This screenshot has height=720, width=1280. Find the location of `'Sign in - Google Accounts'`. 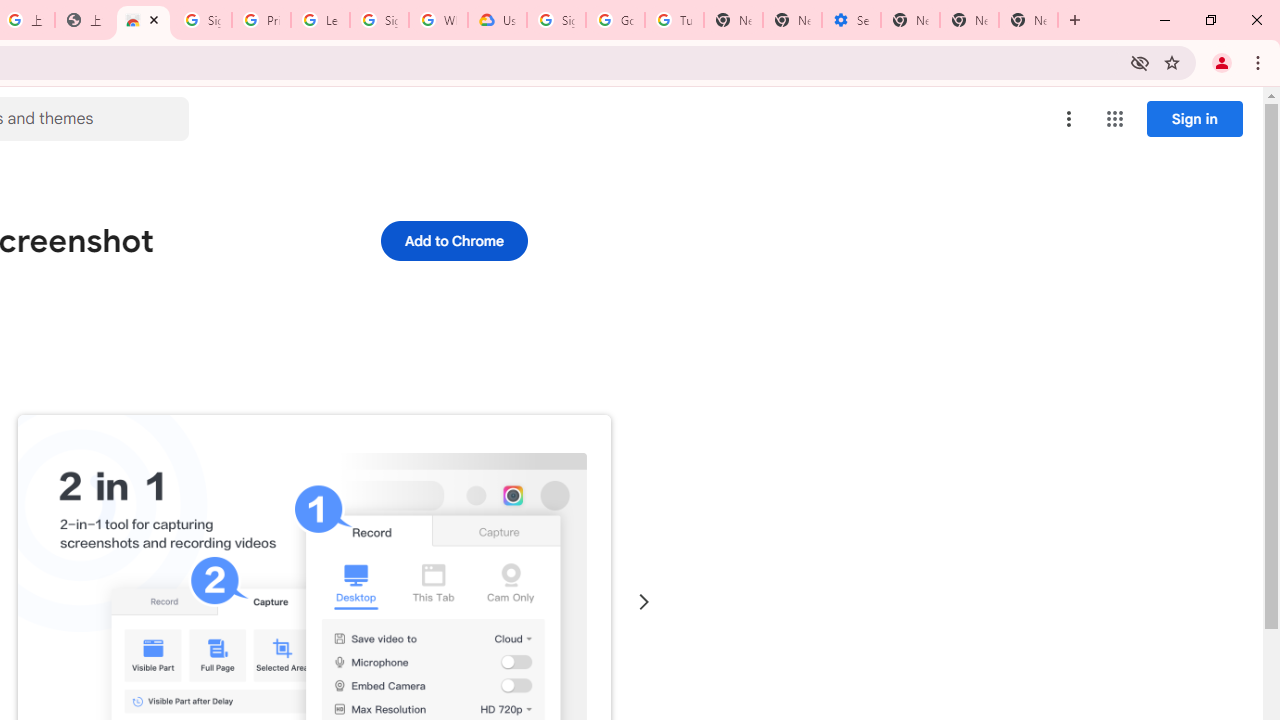

'Sign in - Google Accounts' is located at coordinates (202, 20).